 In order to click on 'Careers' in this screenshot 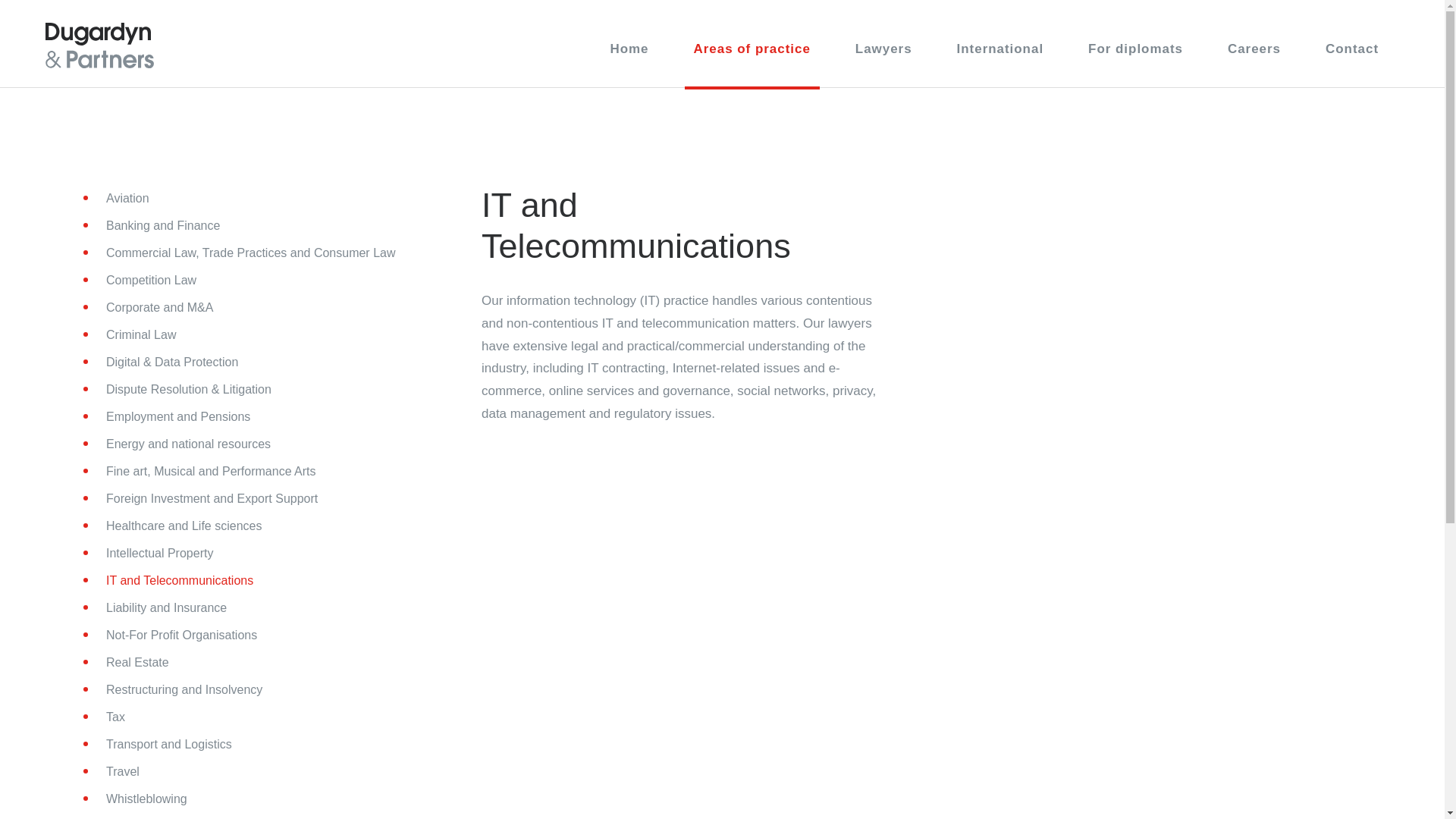, I will do `click(1219, 54)`.